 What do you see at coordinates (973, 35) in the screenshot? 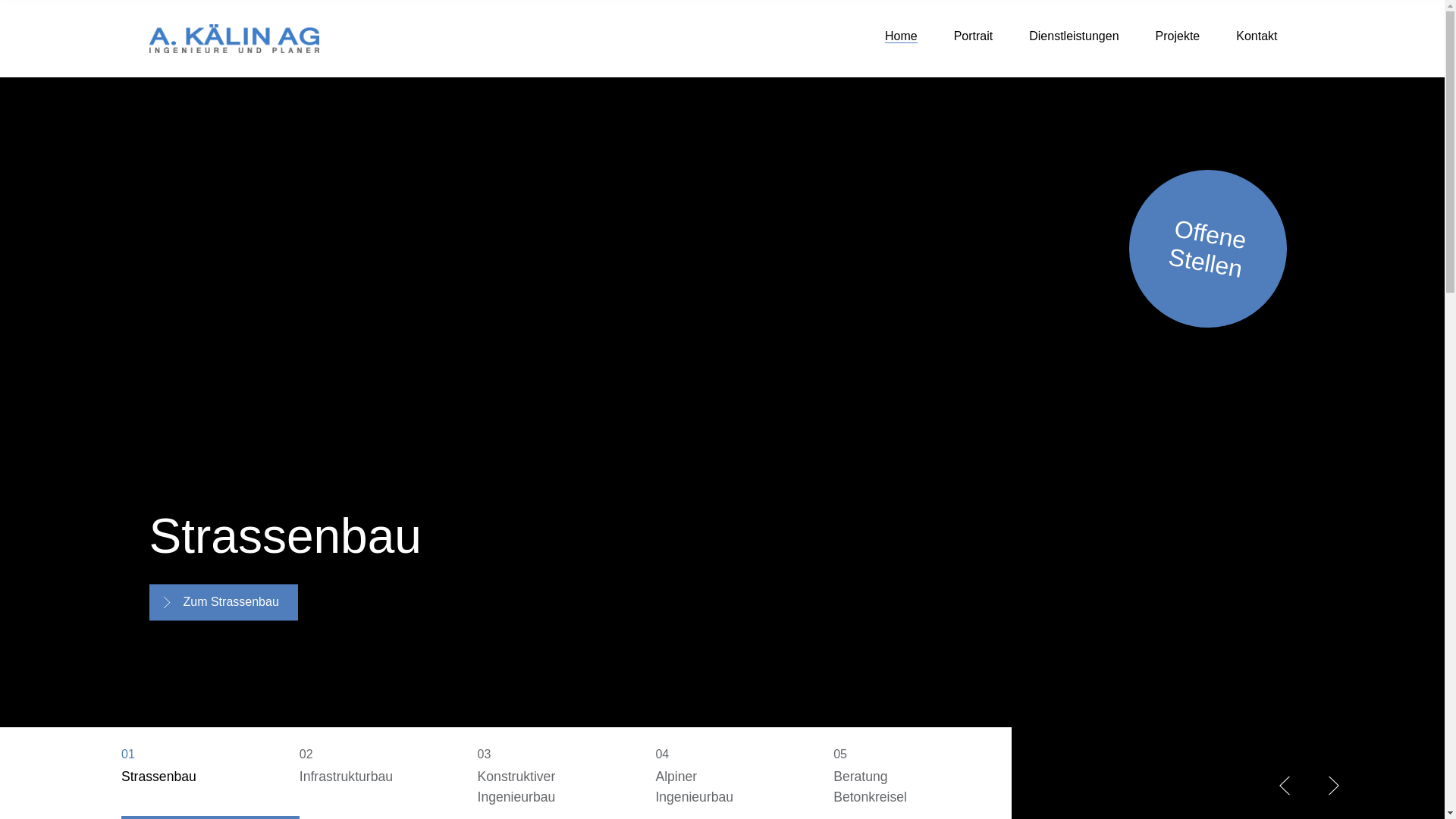
I see `'Portrait'` at bounding box center [973, 35].